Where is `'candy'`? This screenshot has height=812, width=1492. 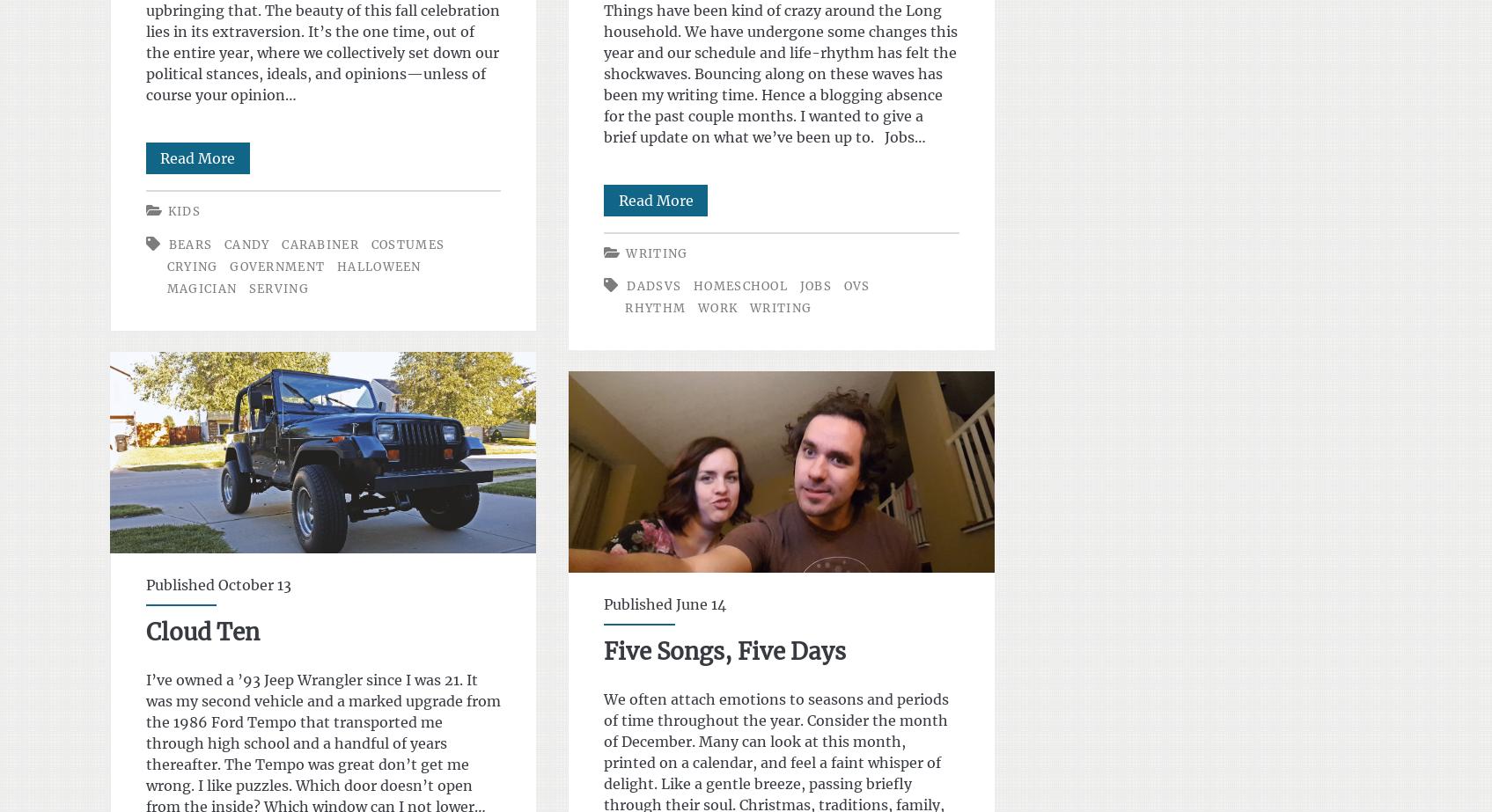 'candy' is located at coordinates (223, 244).